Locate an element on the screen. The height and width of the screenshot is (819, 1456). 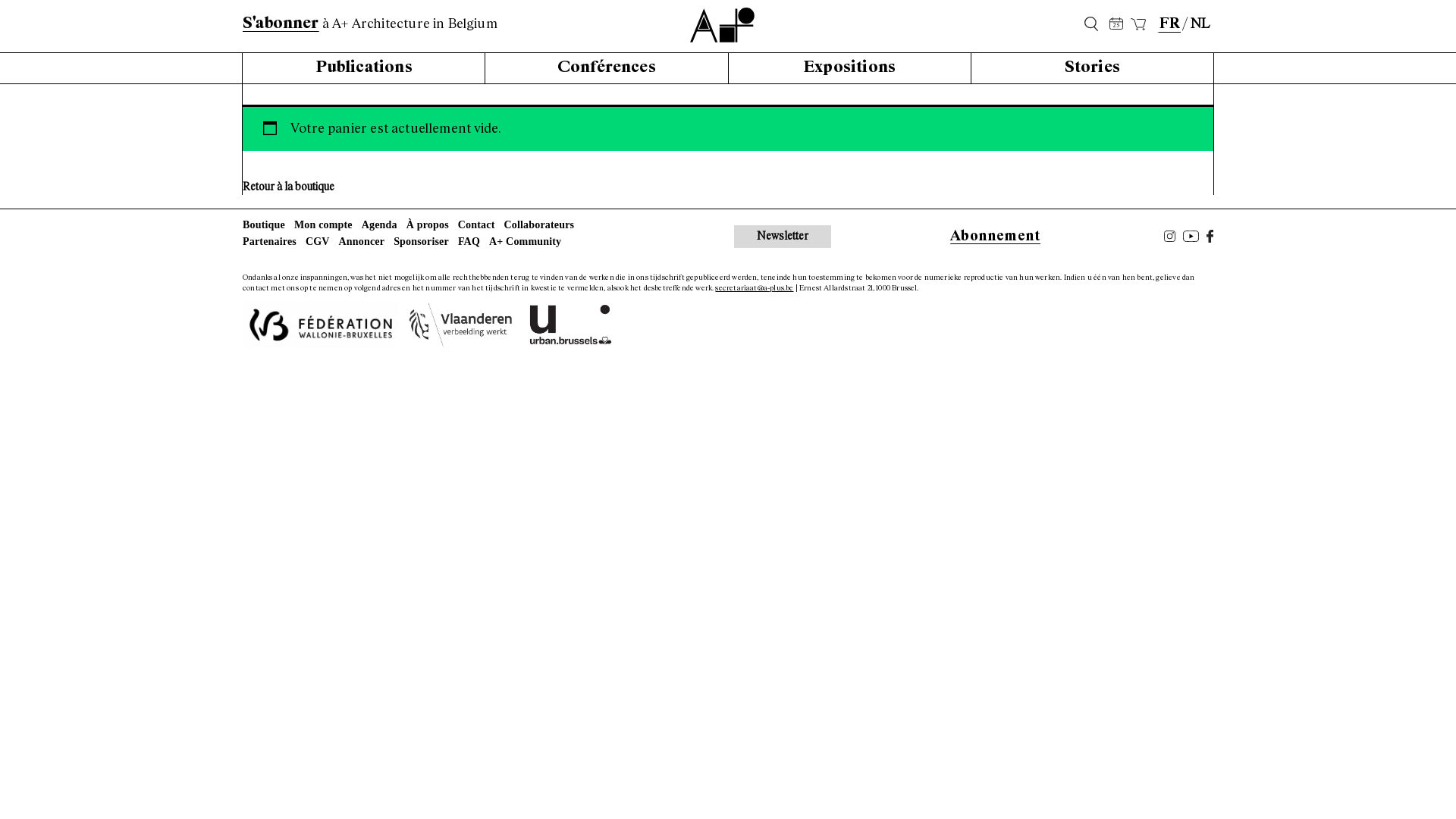
'Agenda' is located at coordinates (379, 224).